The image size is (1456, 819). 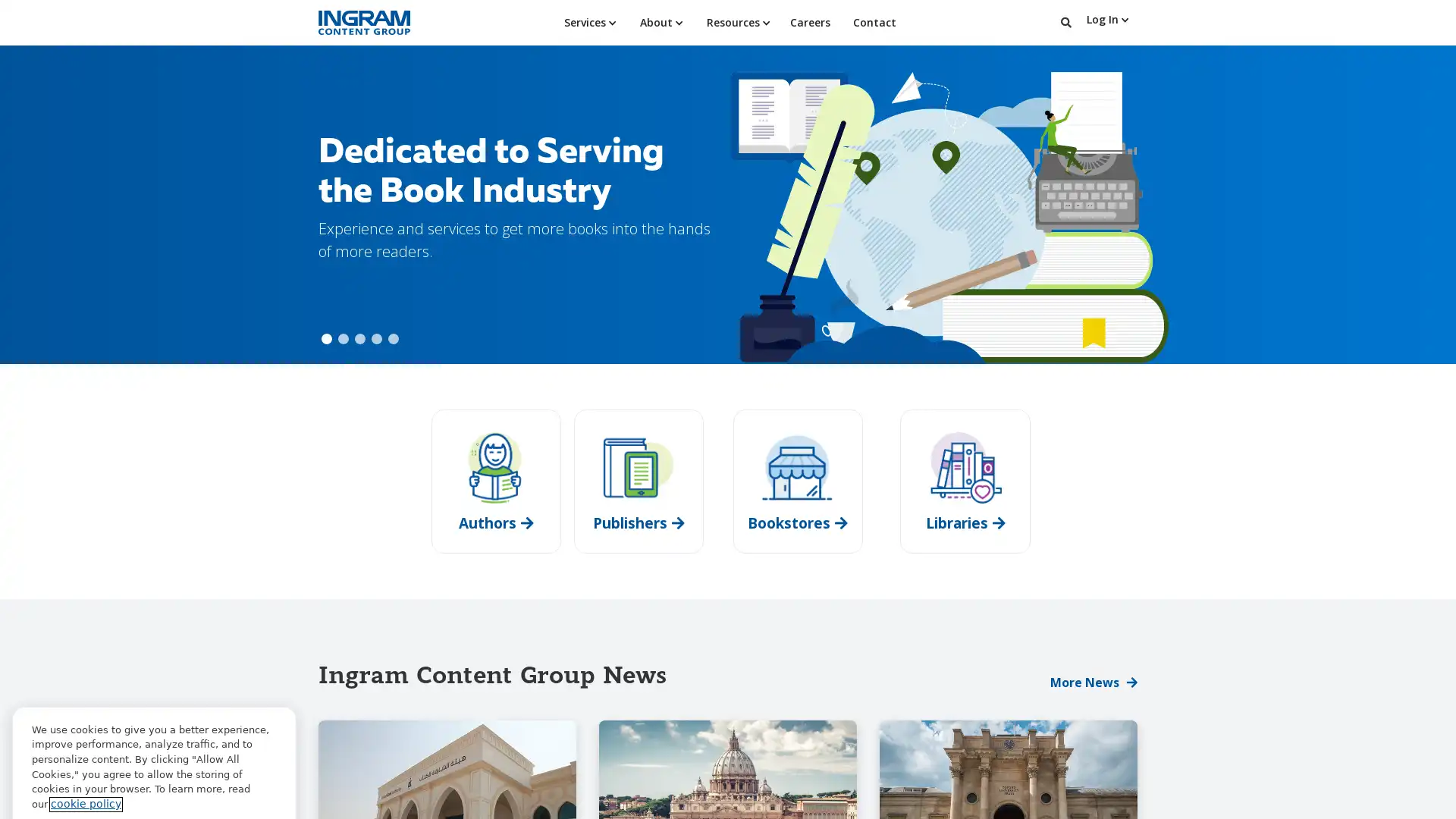 I want to click on Show slide 4 of 5, so click(x=377, y=337).